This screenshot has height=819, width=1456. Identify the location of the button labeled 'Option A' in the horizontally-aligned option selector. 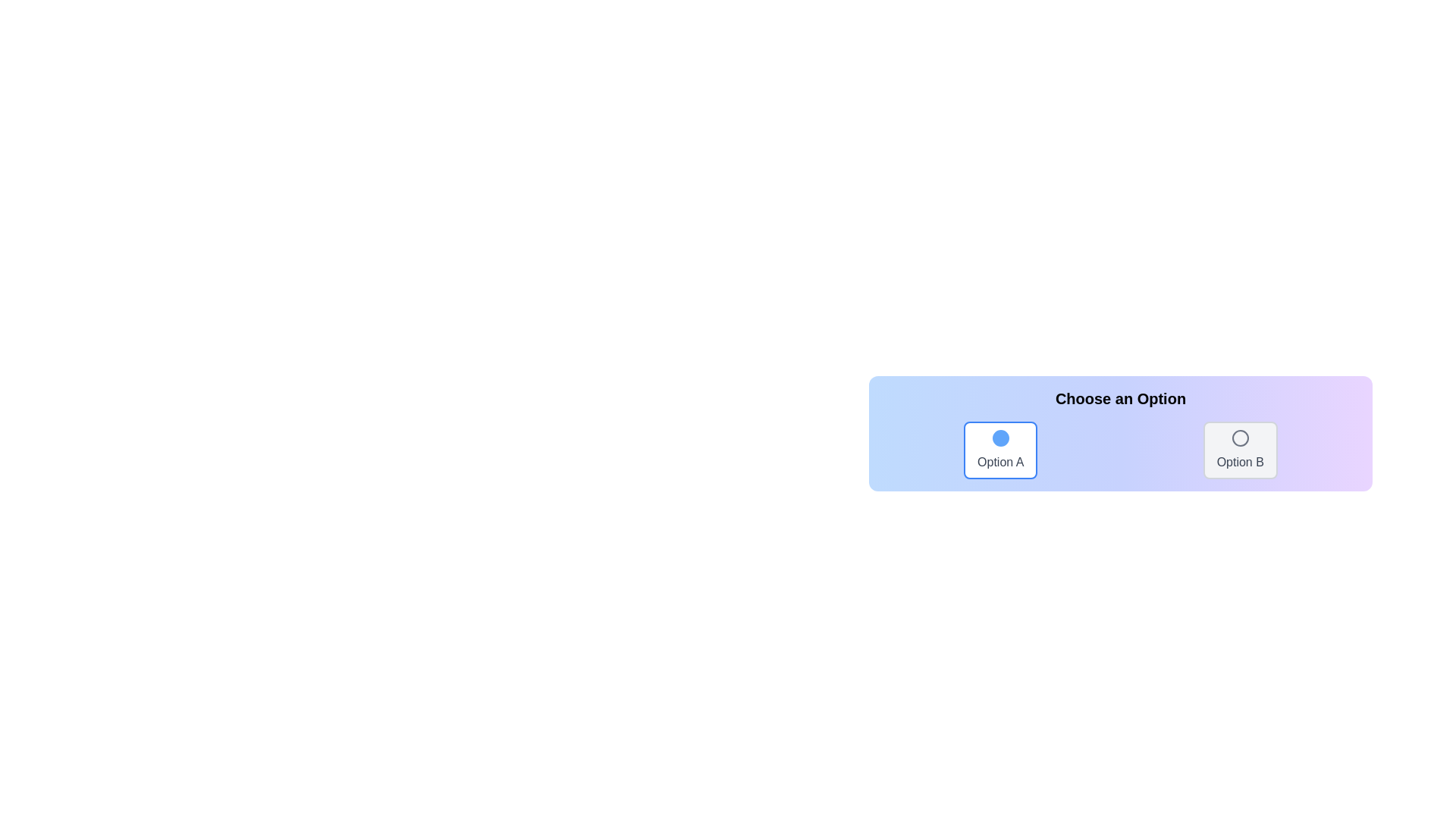
(1000, 450).